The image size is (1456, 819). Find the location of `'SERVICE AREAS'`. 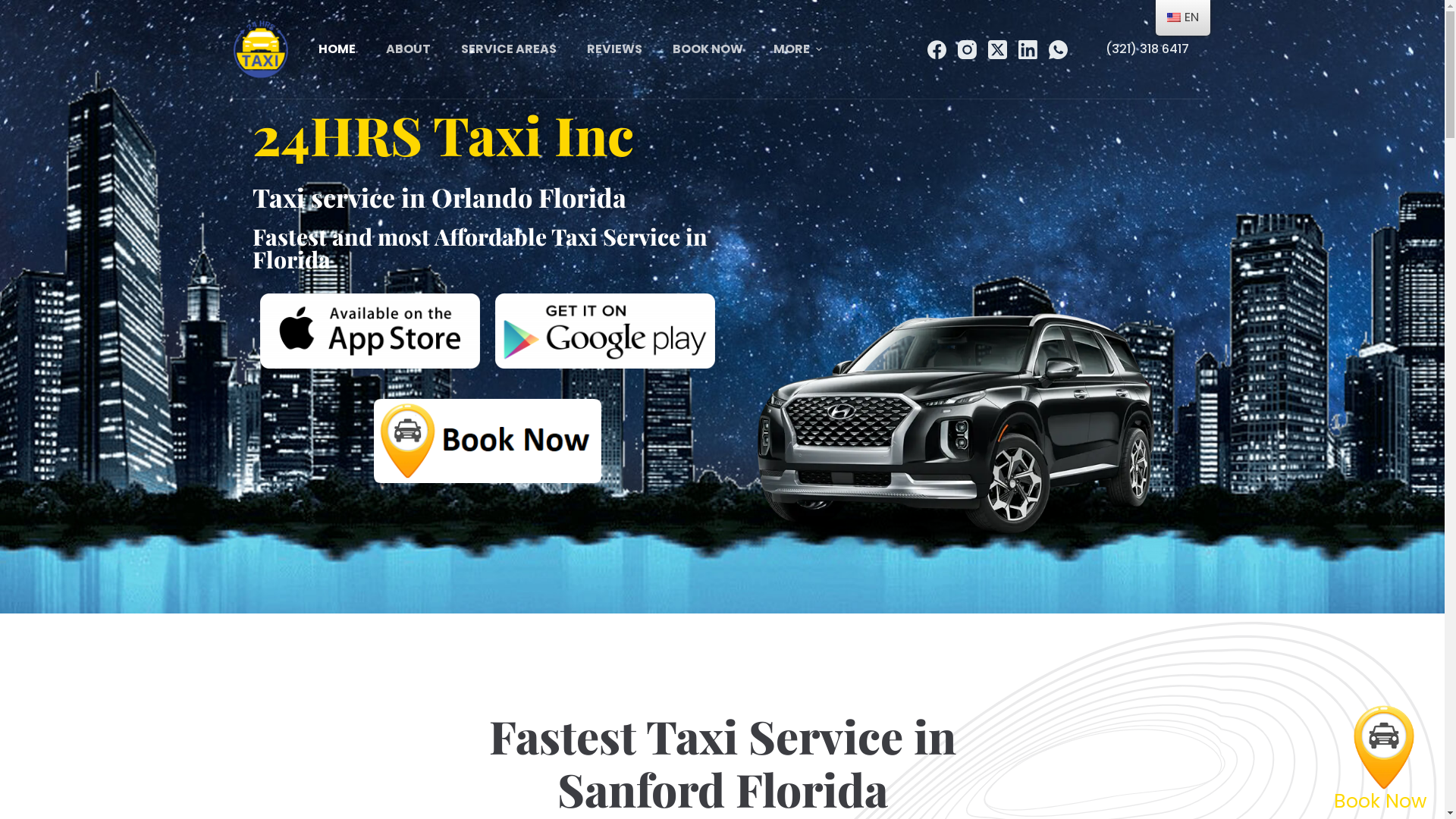

'SERVICE AREAS' is located at coordinates (509, 49).